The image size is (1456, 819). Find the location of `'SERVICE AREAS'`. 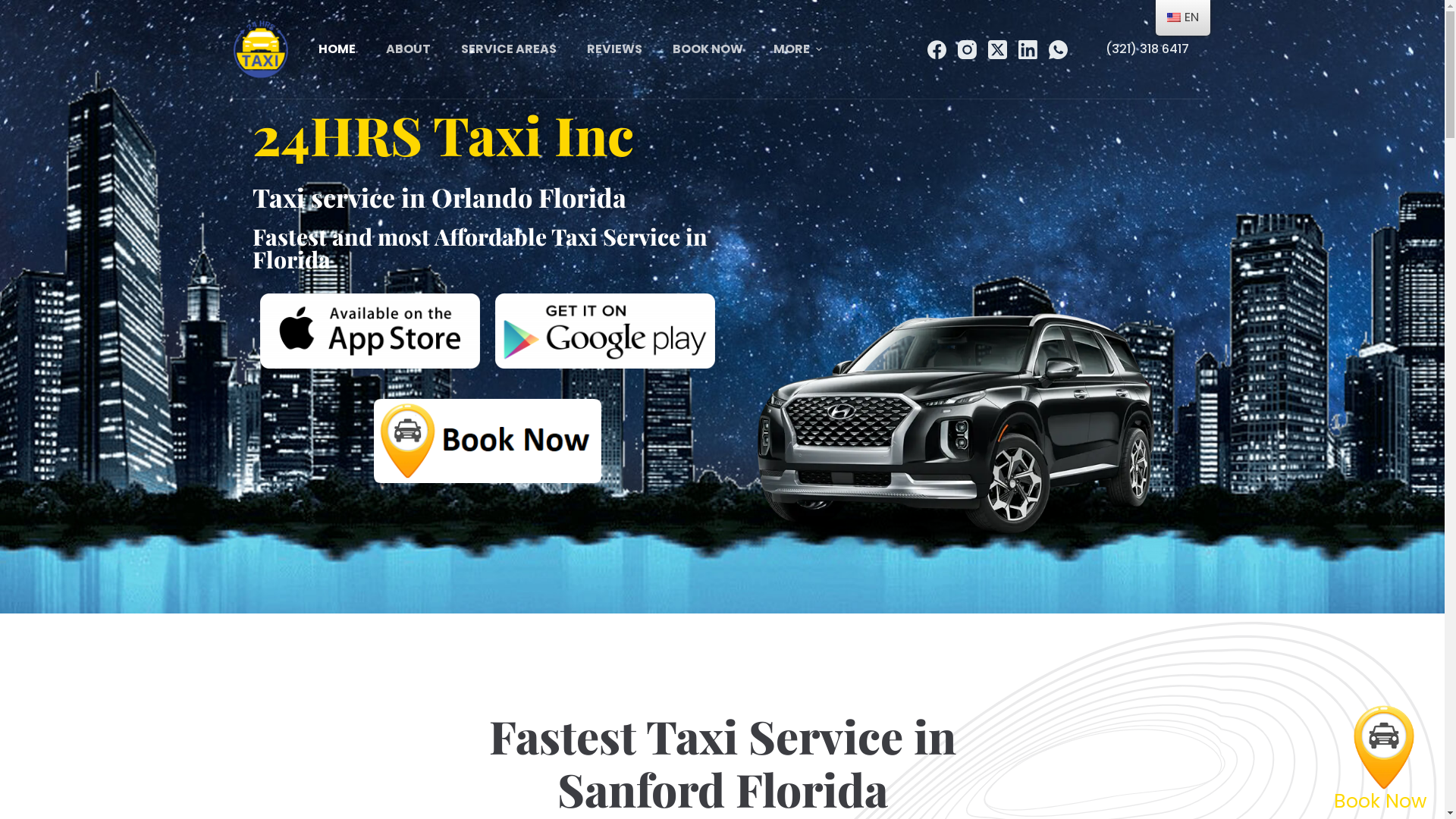

'SERVICE AREAS' is located at coordinates (509, 49).